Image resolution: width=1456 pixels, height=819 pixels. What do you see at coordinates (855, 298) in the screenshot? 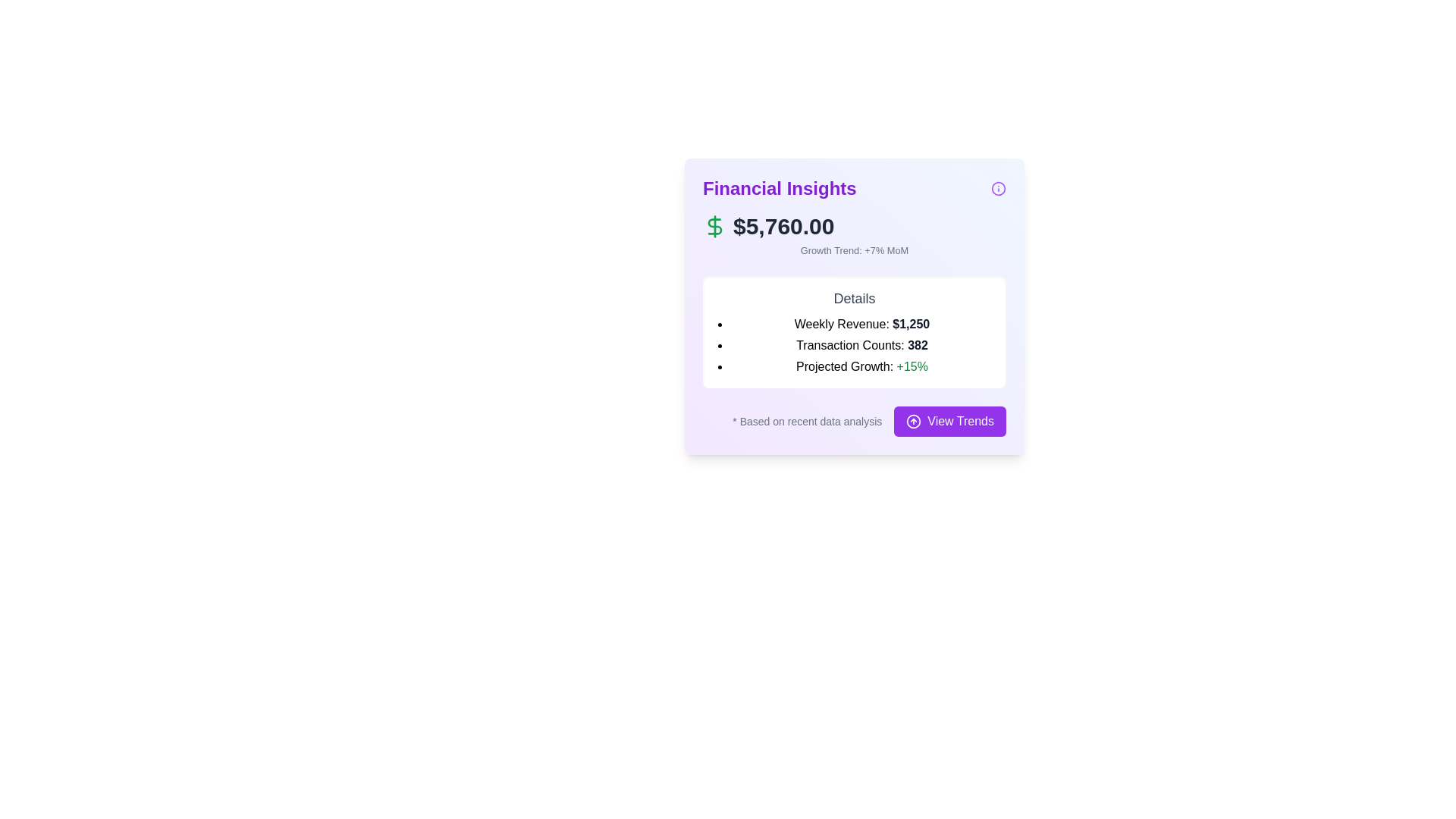
I see `the 'Details' text label, which is styled with a larger font size, medium font weight, and gray color, located in the top section of the white rounded box containing financial details` at bounding box center [855, 298].